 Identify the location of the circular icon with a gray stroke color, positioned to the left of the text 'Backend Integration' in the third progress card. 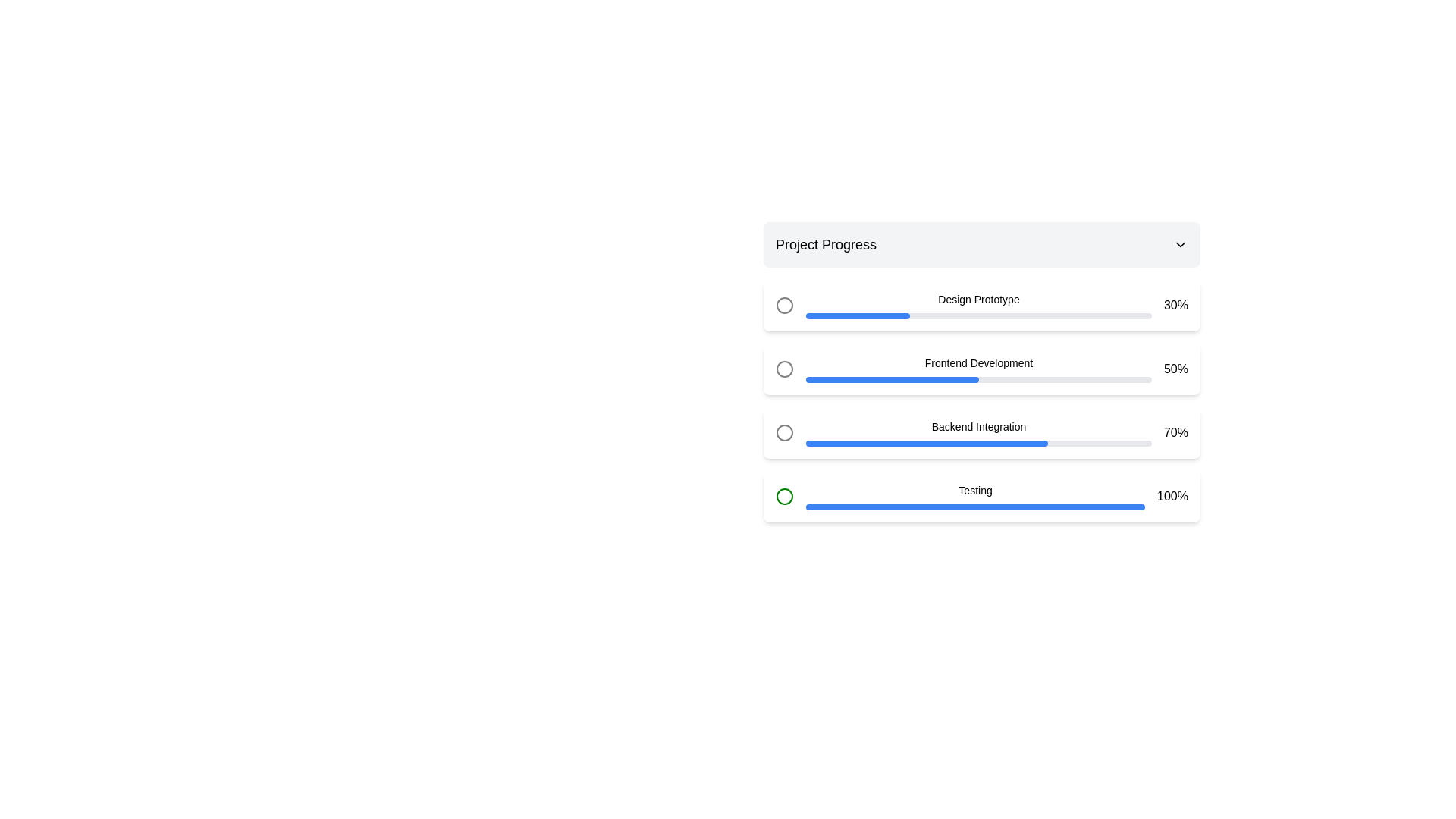
(785, 432).